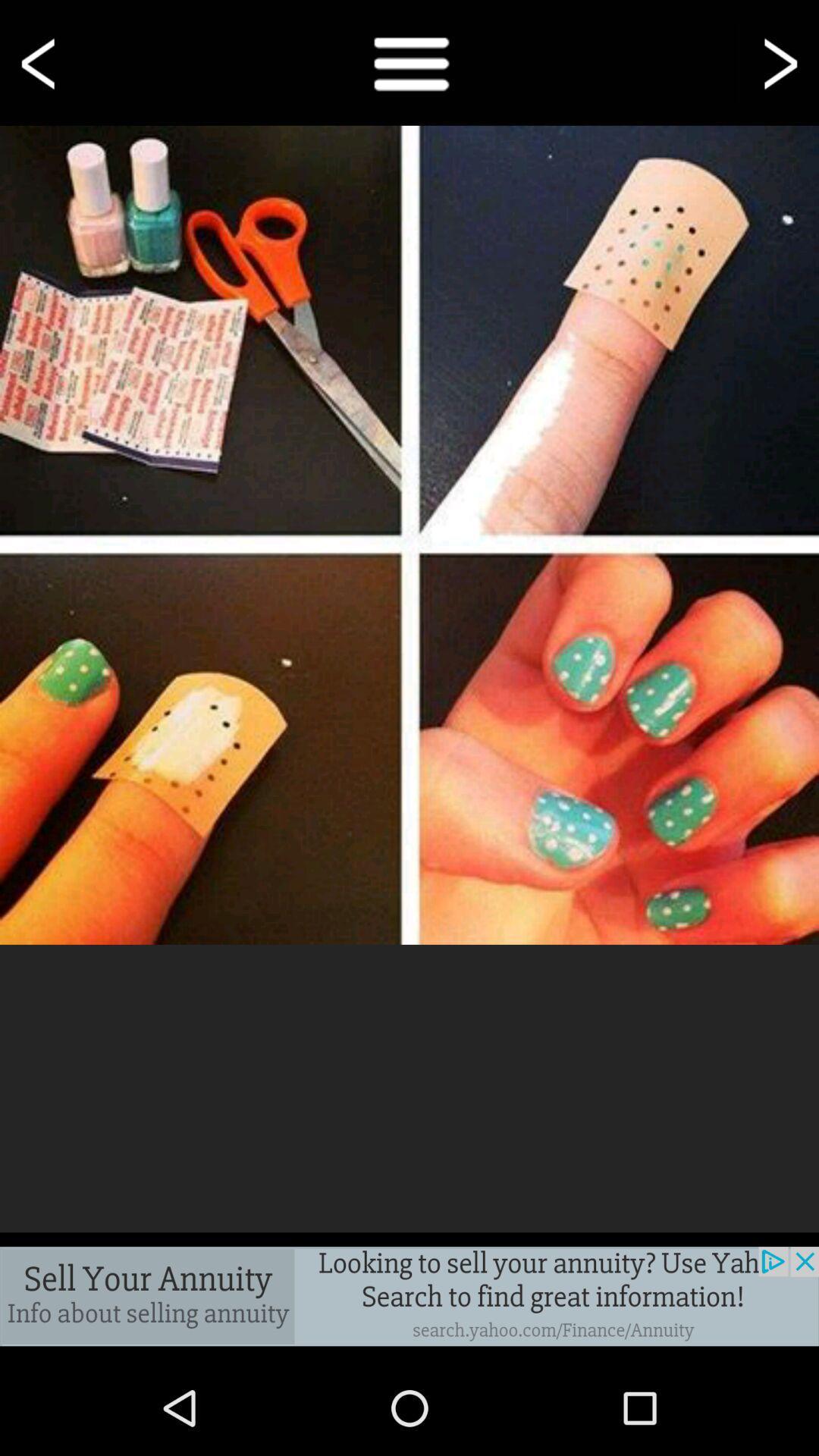  What do you see at coordinates (409, 66) in the screenshot?
I see `the menu icon` at bounding box center [409, 66].